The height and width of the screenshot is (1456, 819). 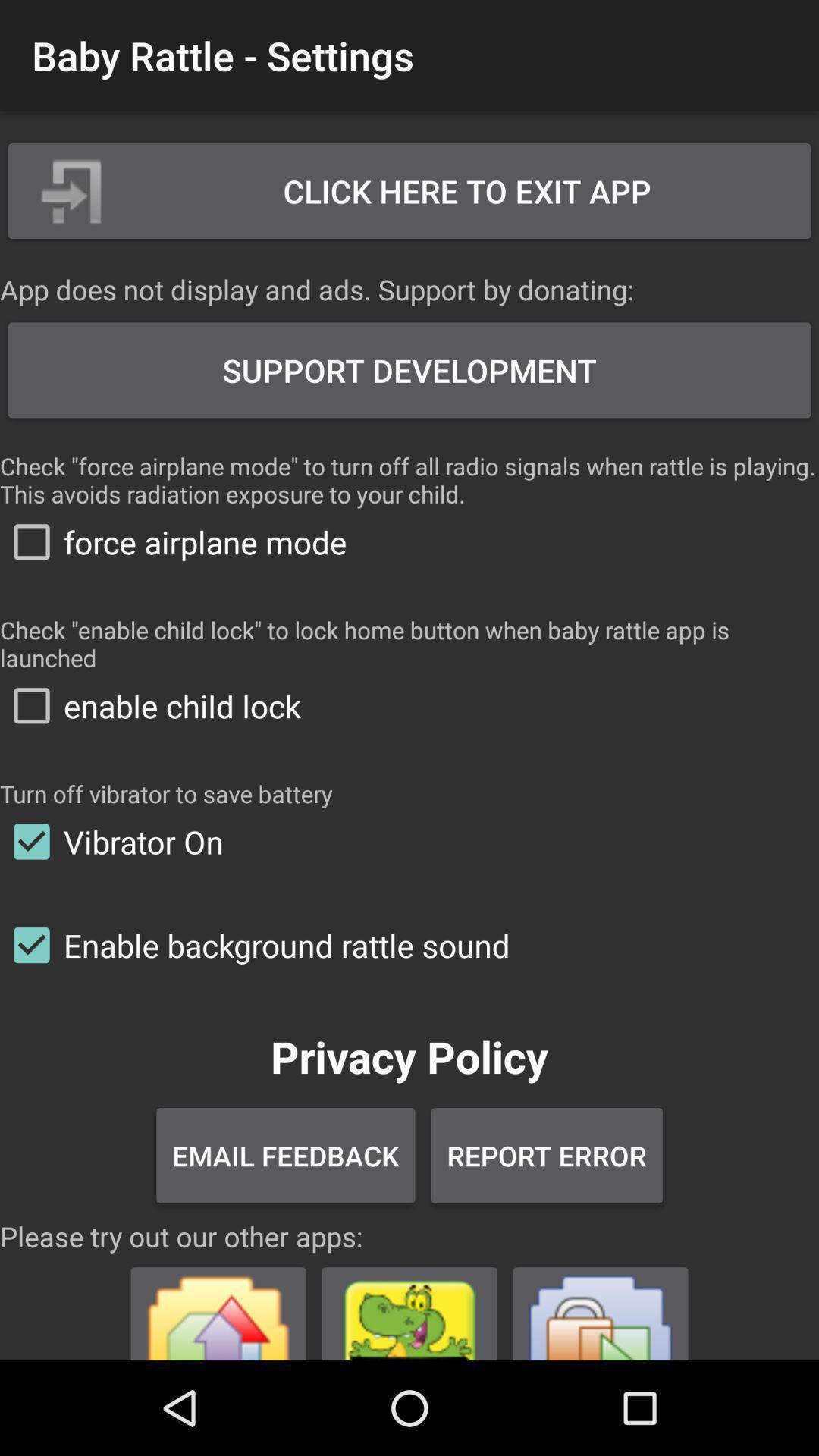 I want to click on another app, so click(x=218, y=1307).